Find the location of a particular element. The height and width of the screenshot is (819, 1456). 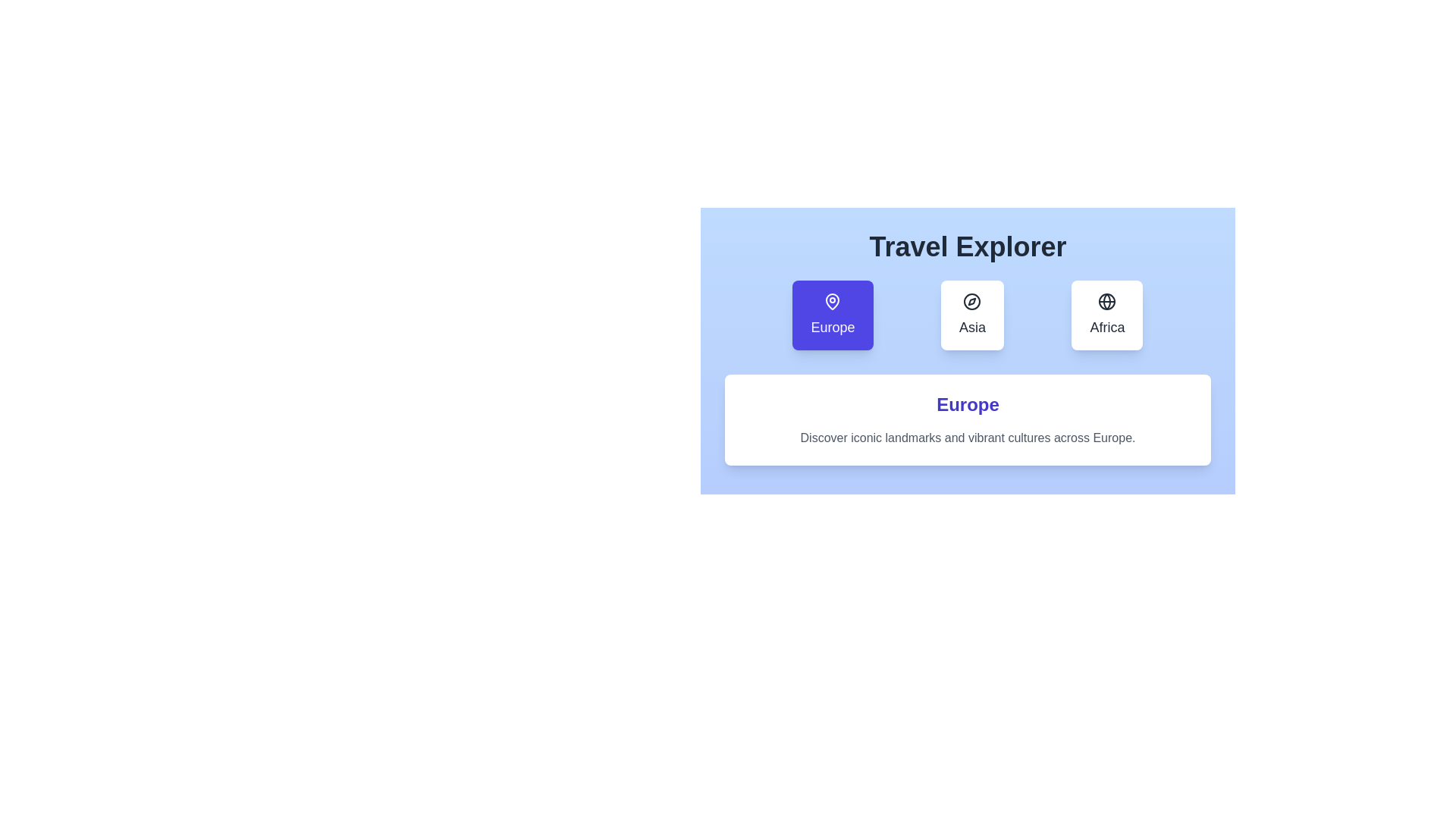

the text that reads 'Discover iconic landmarks and vibrant cultures across Europe.' which is displayed in gray color below the heading 'Europe' within a rounded white box is located at coordinates (967, 438).